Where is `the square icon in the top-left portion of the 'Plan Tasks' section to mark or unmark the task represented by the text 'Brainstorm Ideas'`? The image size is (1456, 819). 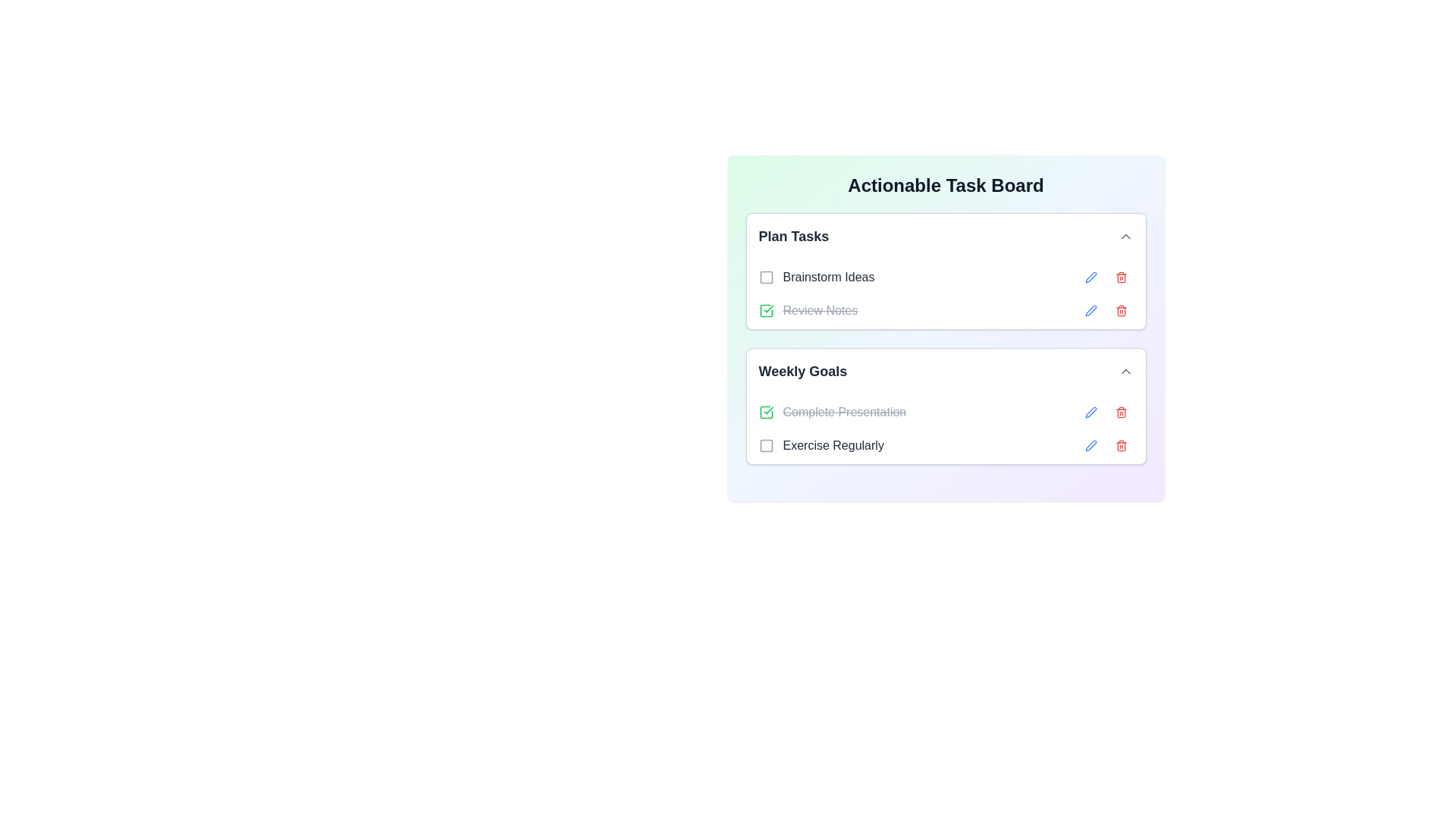
the square icon in the top-left portion of the 'Plan Tasks' section to mark or unmark the task represented by the text 'Brainstorm Ideas' is located at coordinates (766, 278).